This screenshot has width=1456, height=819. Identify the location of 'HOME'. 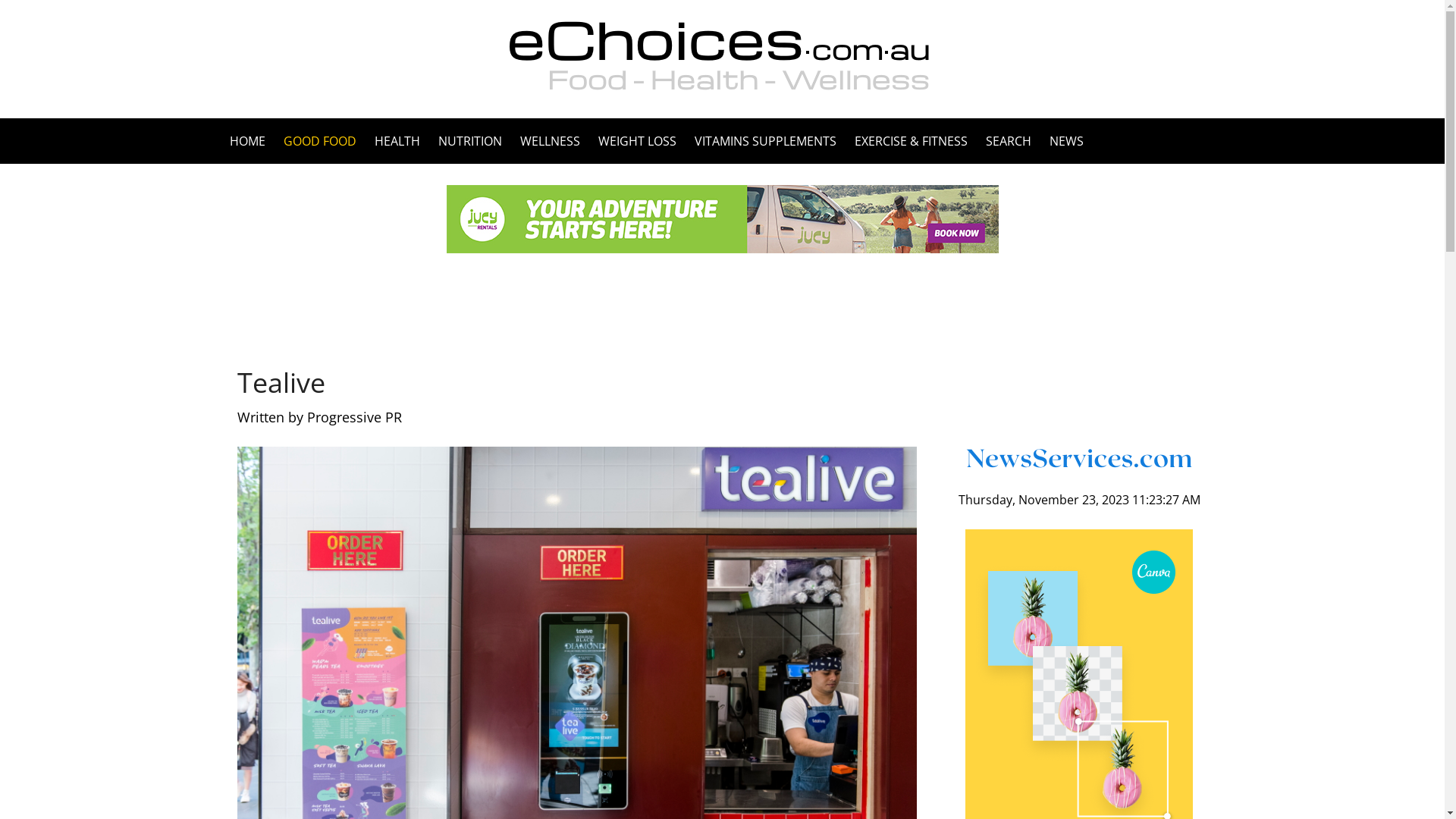
(251, 140).